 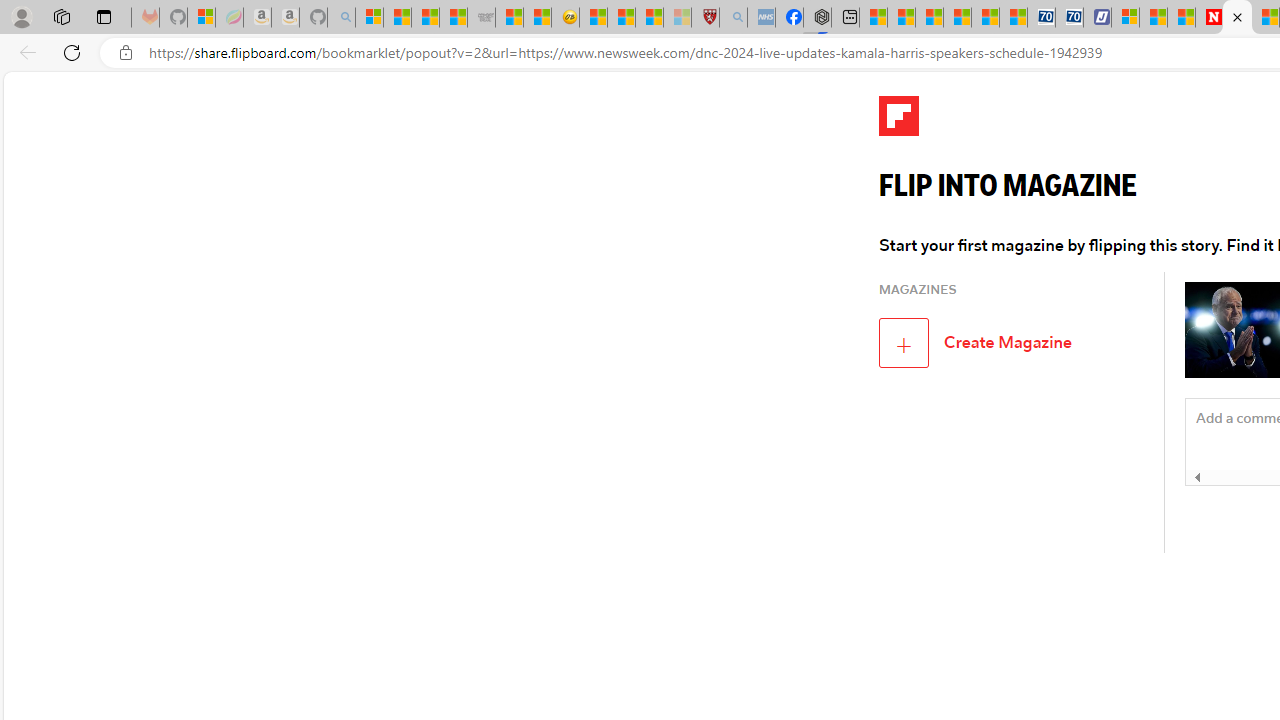 I want to click on 'Microsoft account | Privacy', so click(x=1125, y=17).